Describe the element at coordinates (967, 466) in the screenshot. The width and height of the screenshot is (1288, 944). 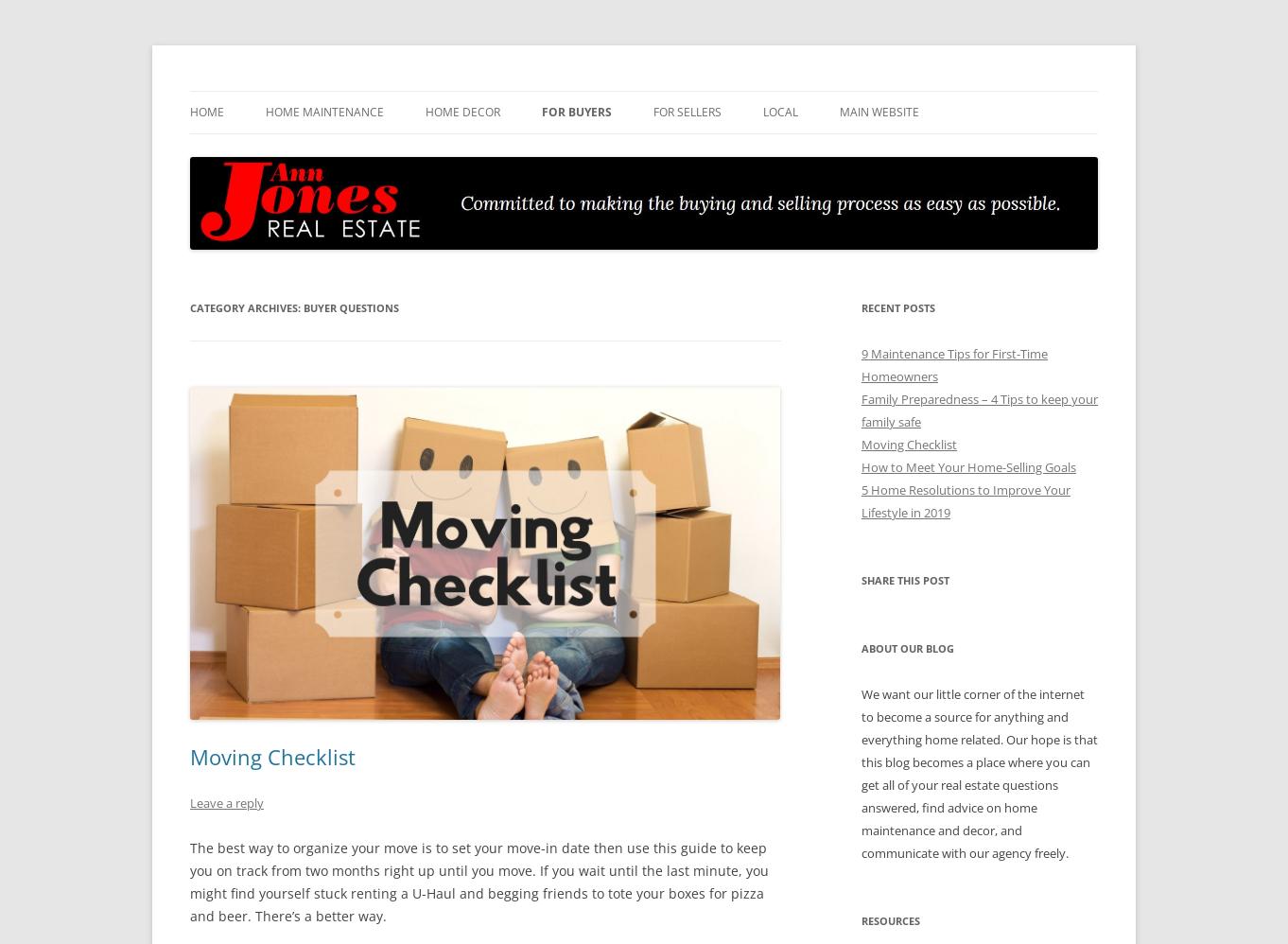
I see `'How to Meet Your Home-Selling Goals'` at that location.